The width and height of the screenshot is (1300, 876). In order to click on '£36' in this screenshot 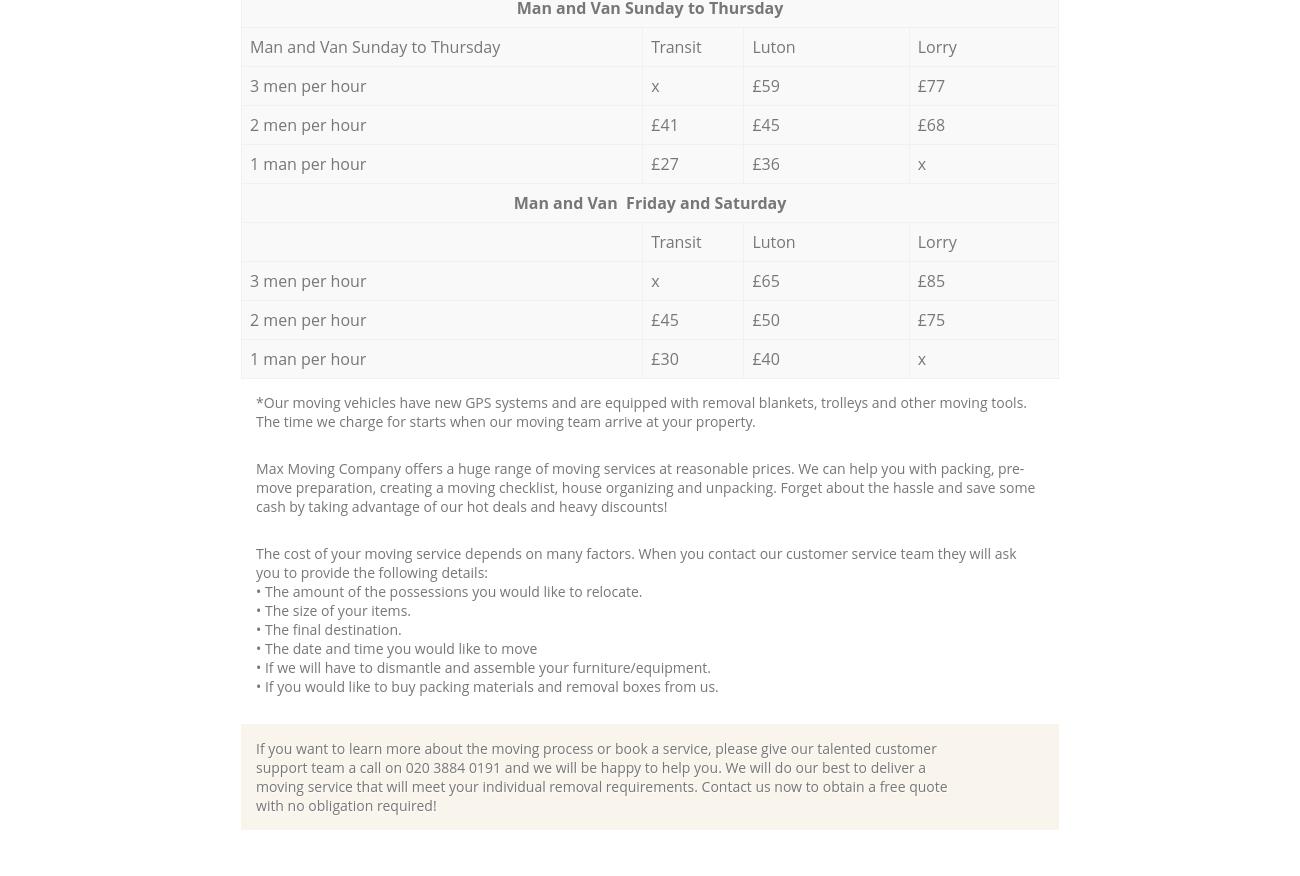, I will do `click(764, 162)`.